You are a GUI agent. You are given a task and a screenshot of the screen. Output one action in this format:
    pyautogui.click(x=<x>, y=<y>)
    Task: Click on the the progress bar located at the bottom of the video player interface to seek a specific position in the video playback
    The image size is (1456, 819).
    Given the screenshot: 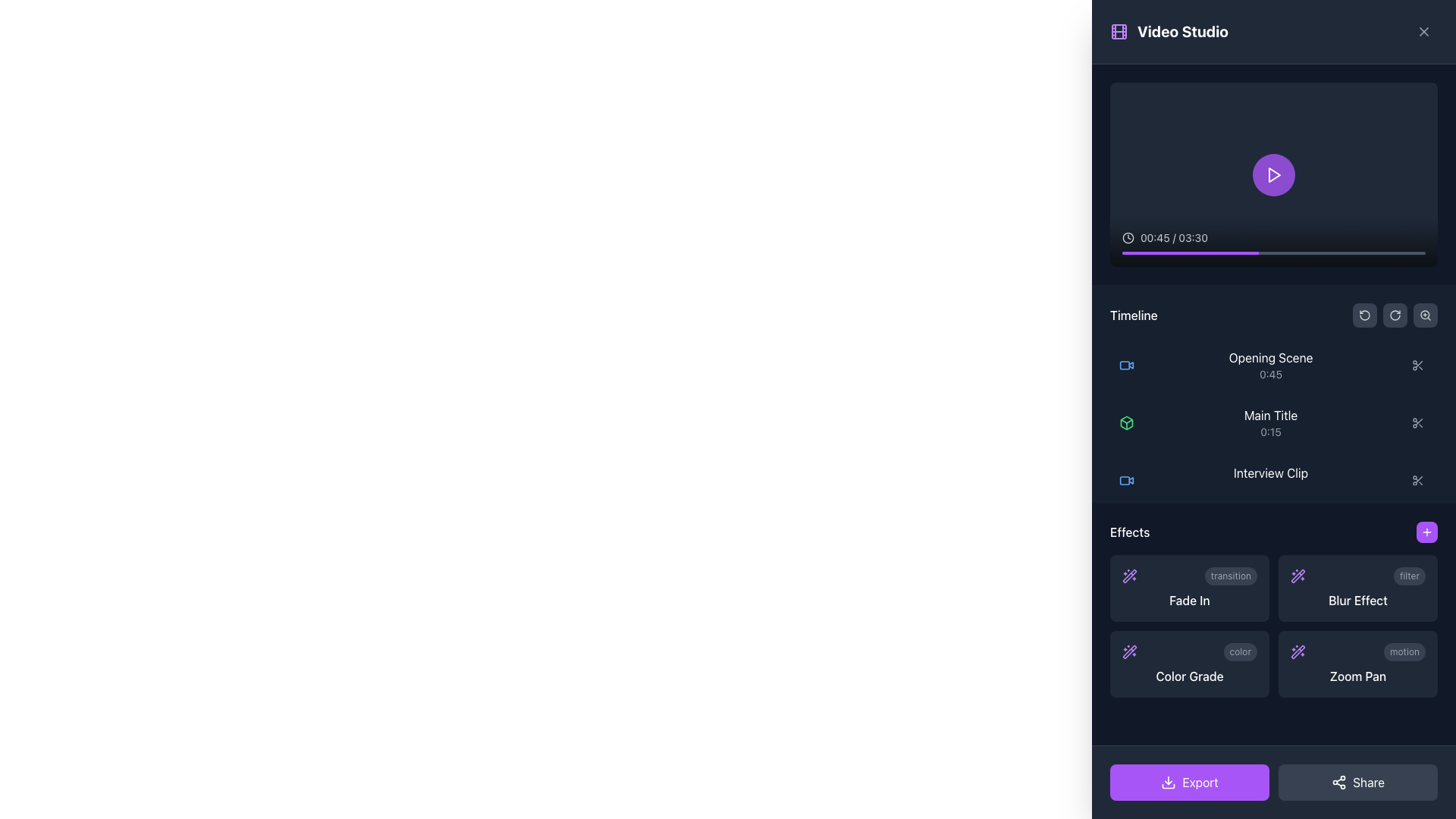 What is the action you would take?
    pyautogui.click(x=1274, y=253)
    